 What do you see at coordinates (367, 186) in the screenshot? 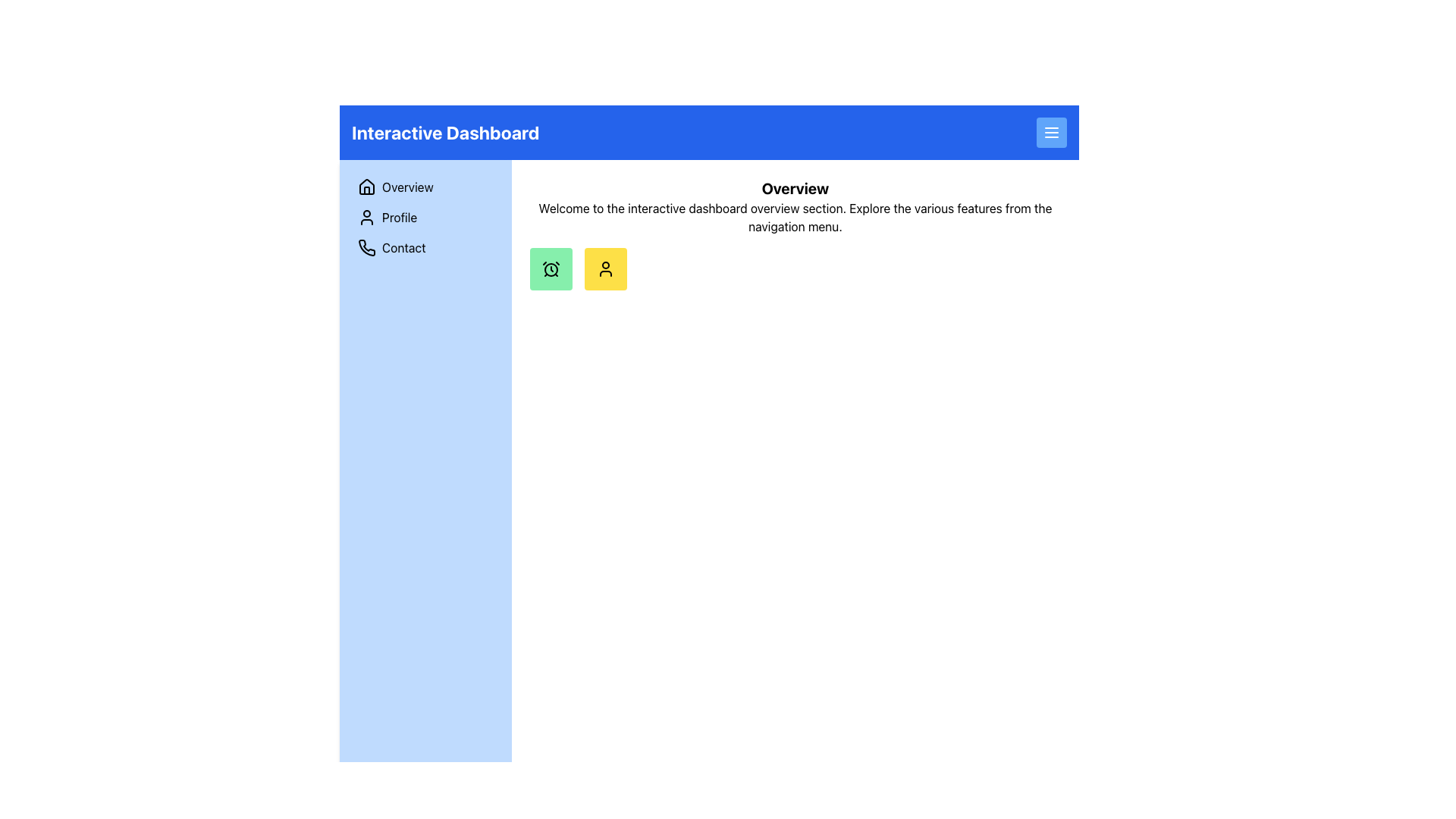
I see `the house icon located on the left navigation panel` at bounding box center [367, 186].